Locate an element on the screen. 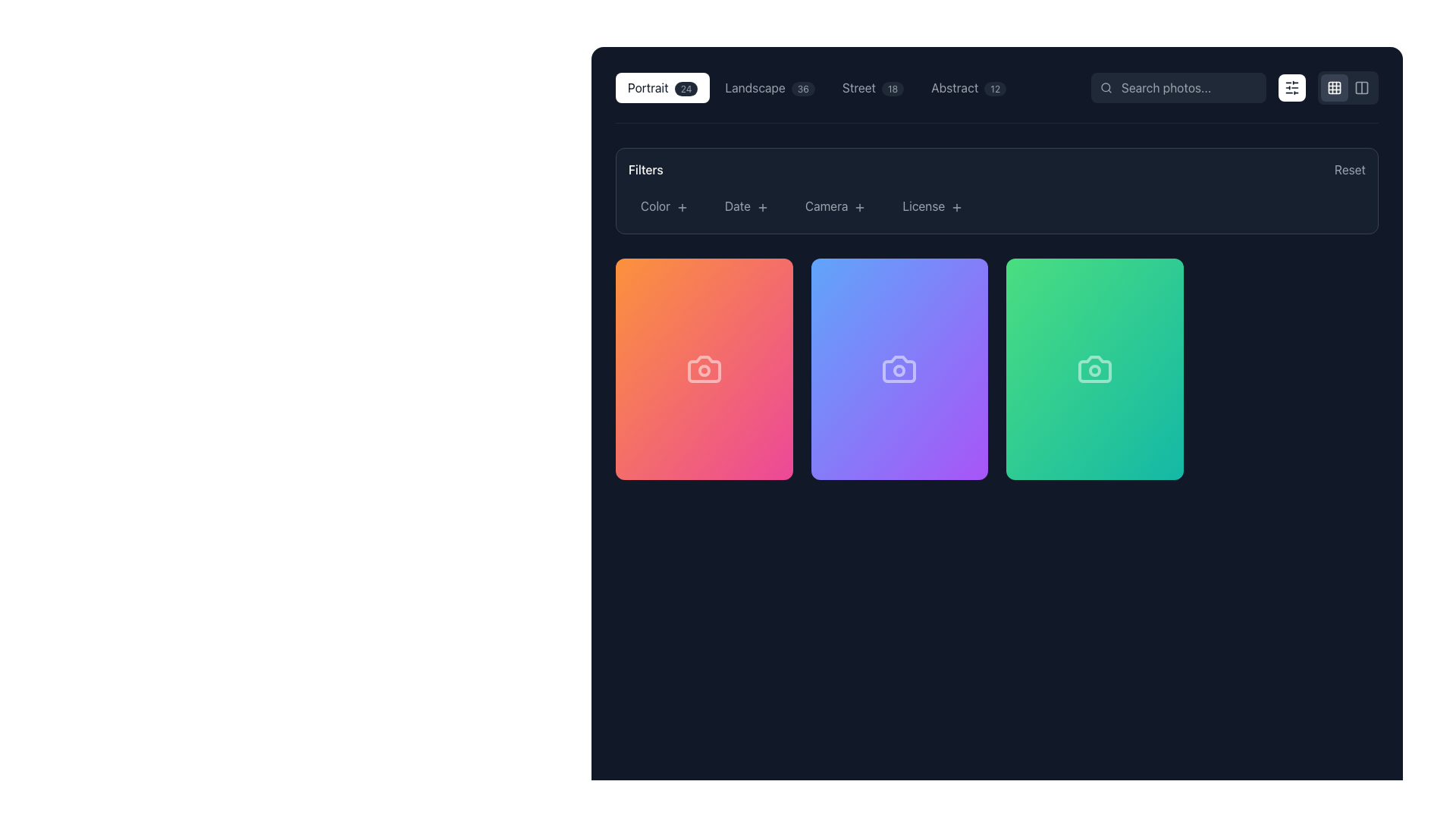 This screenshot has width=1456, height=819. the vertical bars layout icon in the Button group with layout options is located at coordinates (1348, 87).